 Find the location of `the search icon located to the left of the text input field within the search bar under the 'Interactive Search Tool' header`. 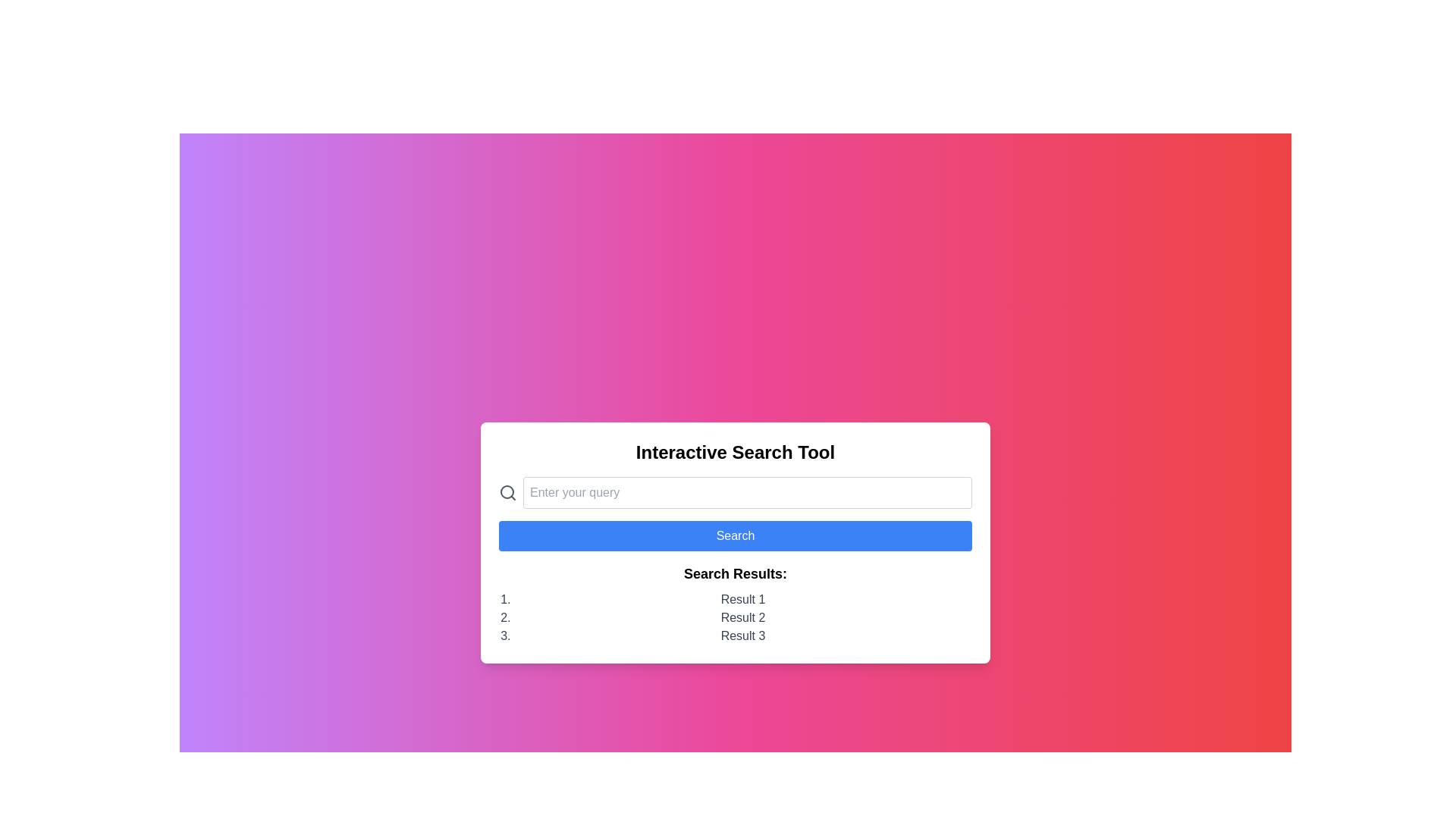

the search icon located to the left of the text input field within the search bar under the 'Interactive Search Tool' header is located at coordinates (508, 493).